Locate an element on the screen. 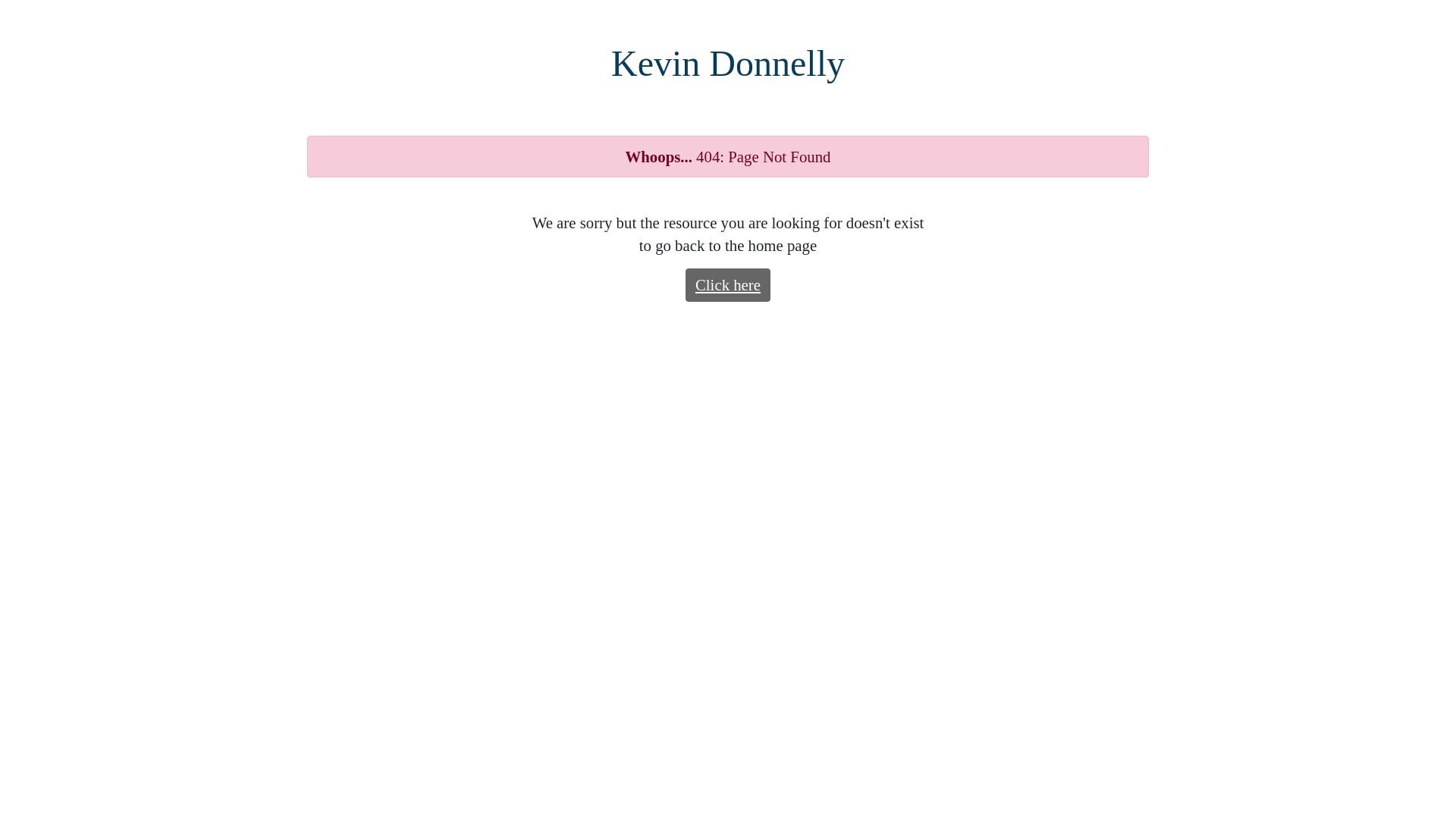  'Click here' is located at coordinates (684, 284).